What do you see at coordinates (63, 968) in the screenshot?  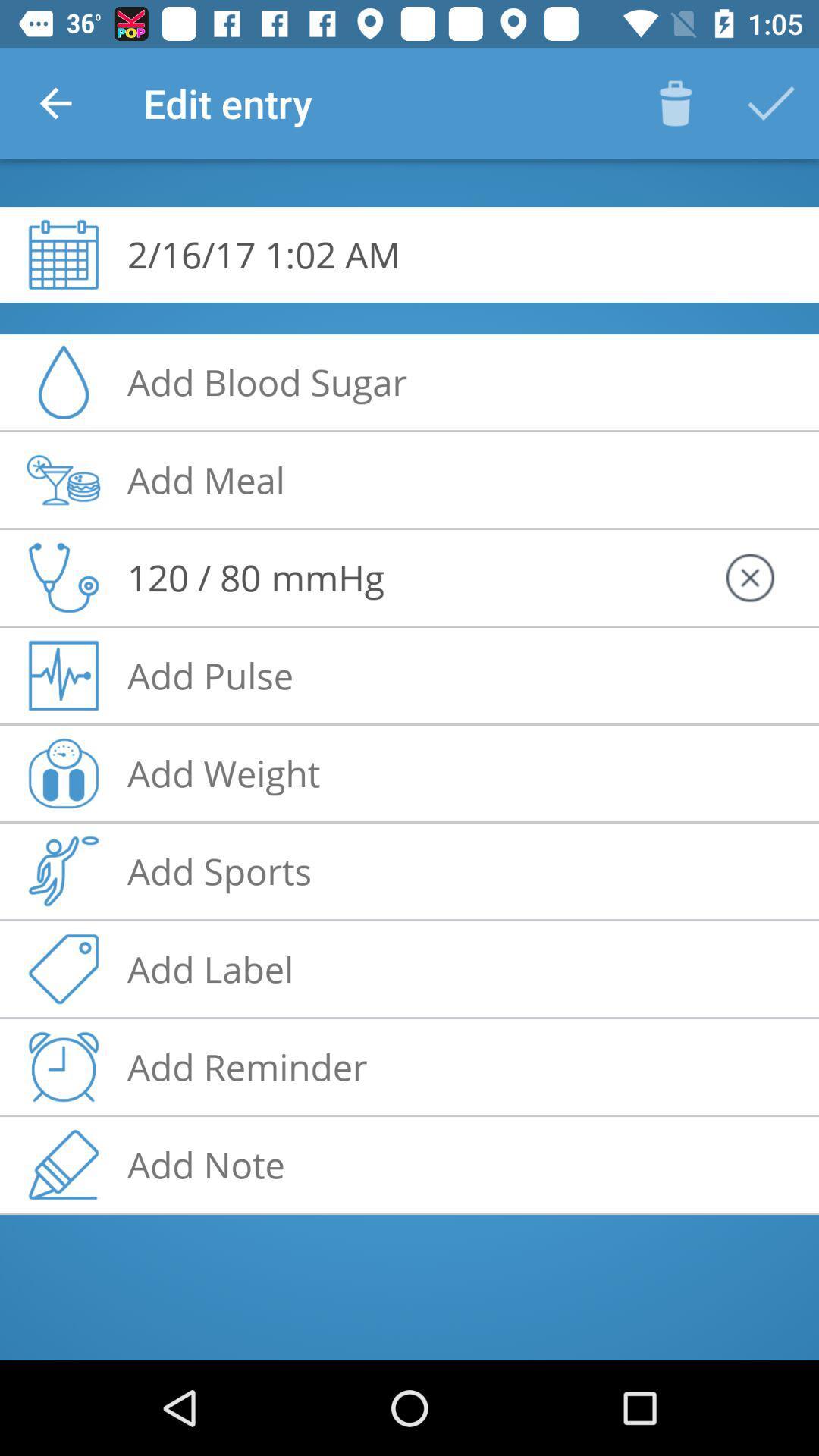 I see `the icon beside add label` at bounding box center [63, 968].